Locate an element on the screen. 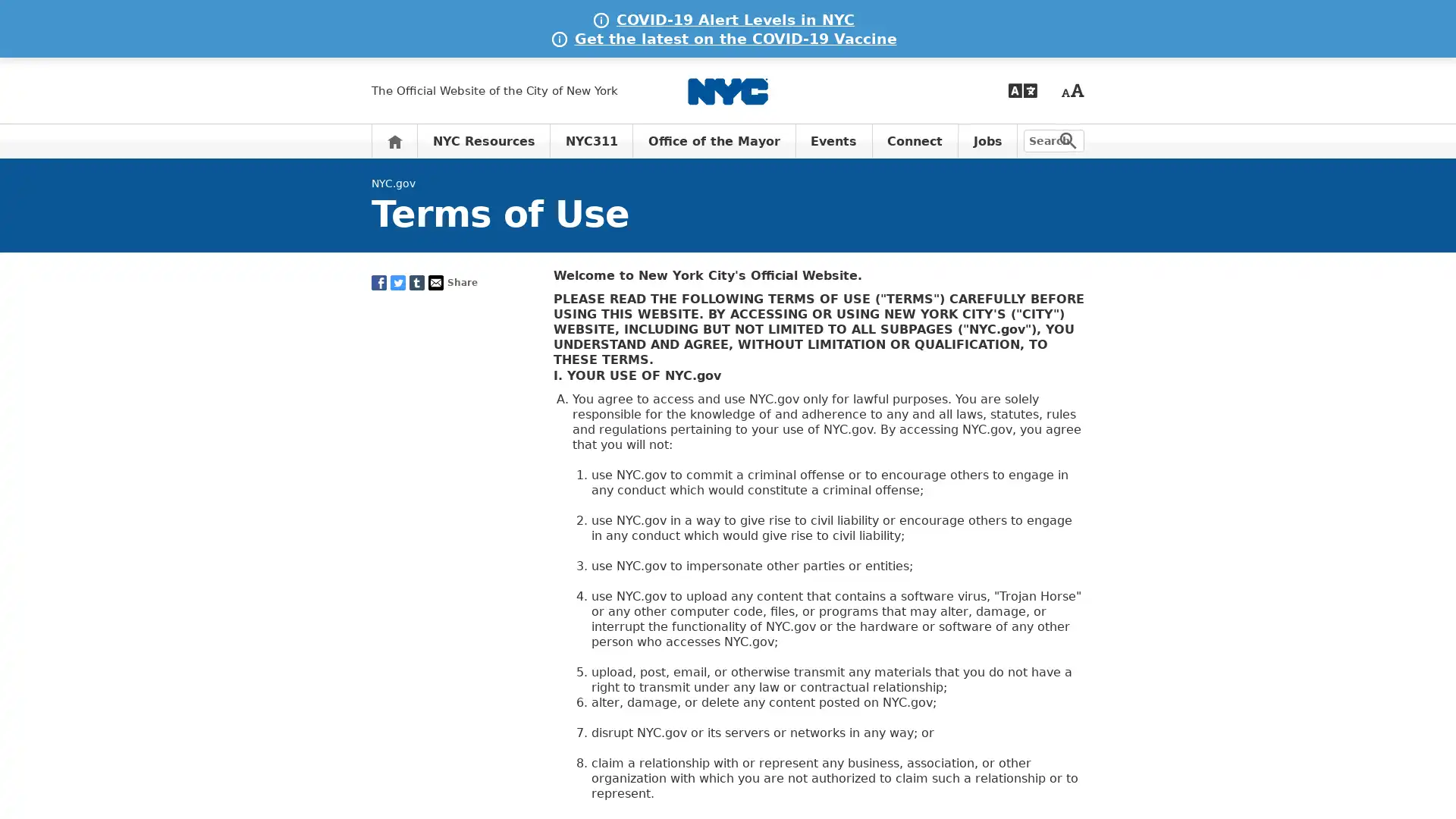  Toggle Language Translation is located at coordinates (1022, 90).